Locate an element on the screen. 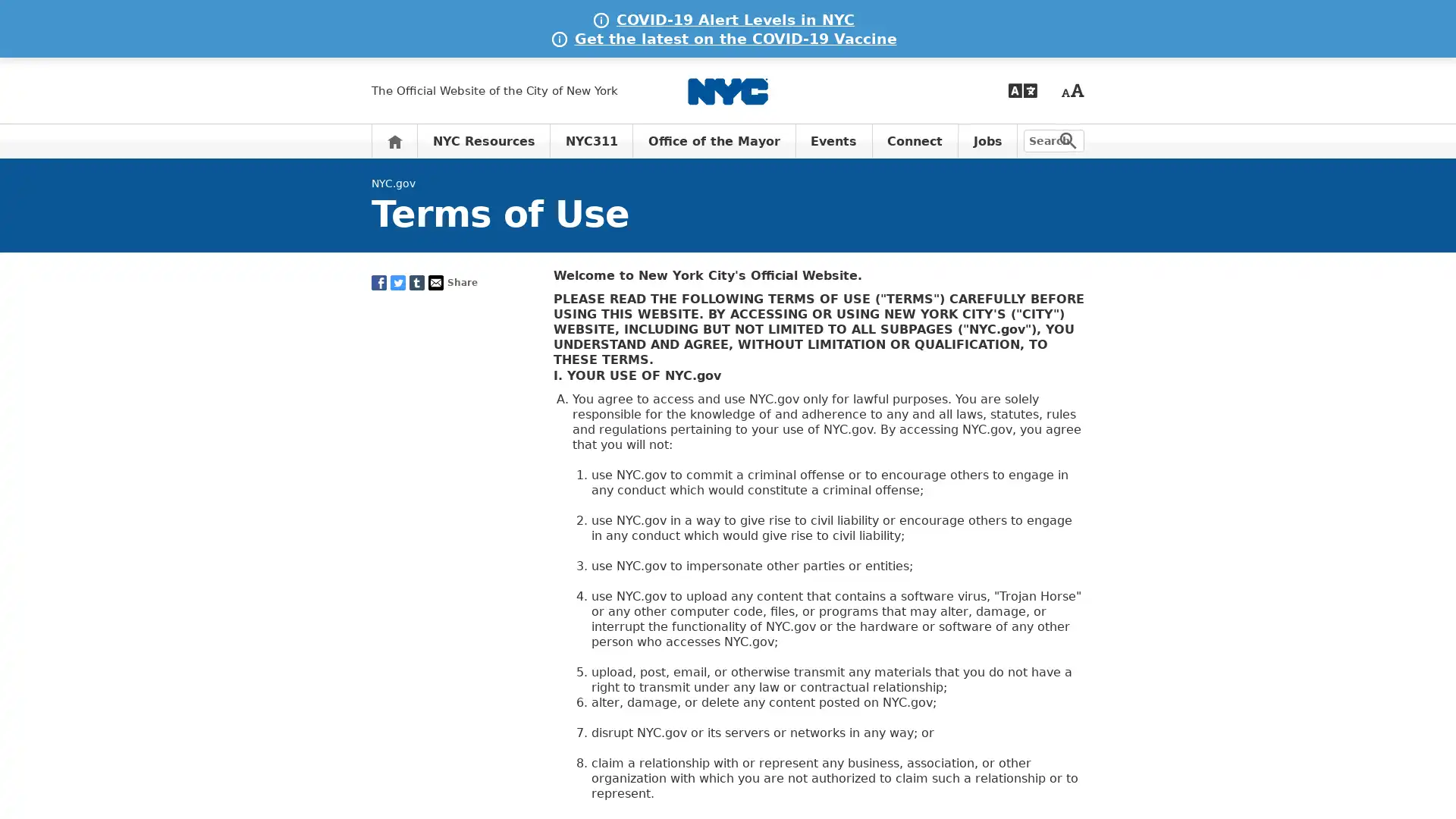  Toggle Language Translation is located at coordinates (1022, 90).